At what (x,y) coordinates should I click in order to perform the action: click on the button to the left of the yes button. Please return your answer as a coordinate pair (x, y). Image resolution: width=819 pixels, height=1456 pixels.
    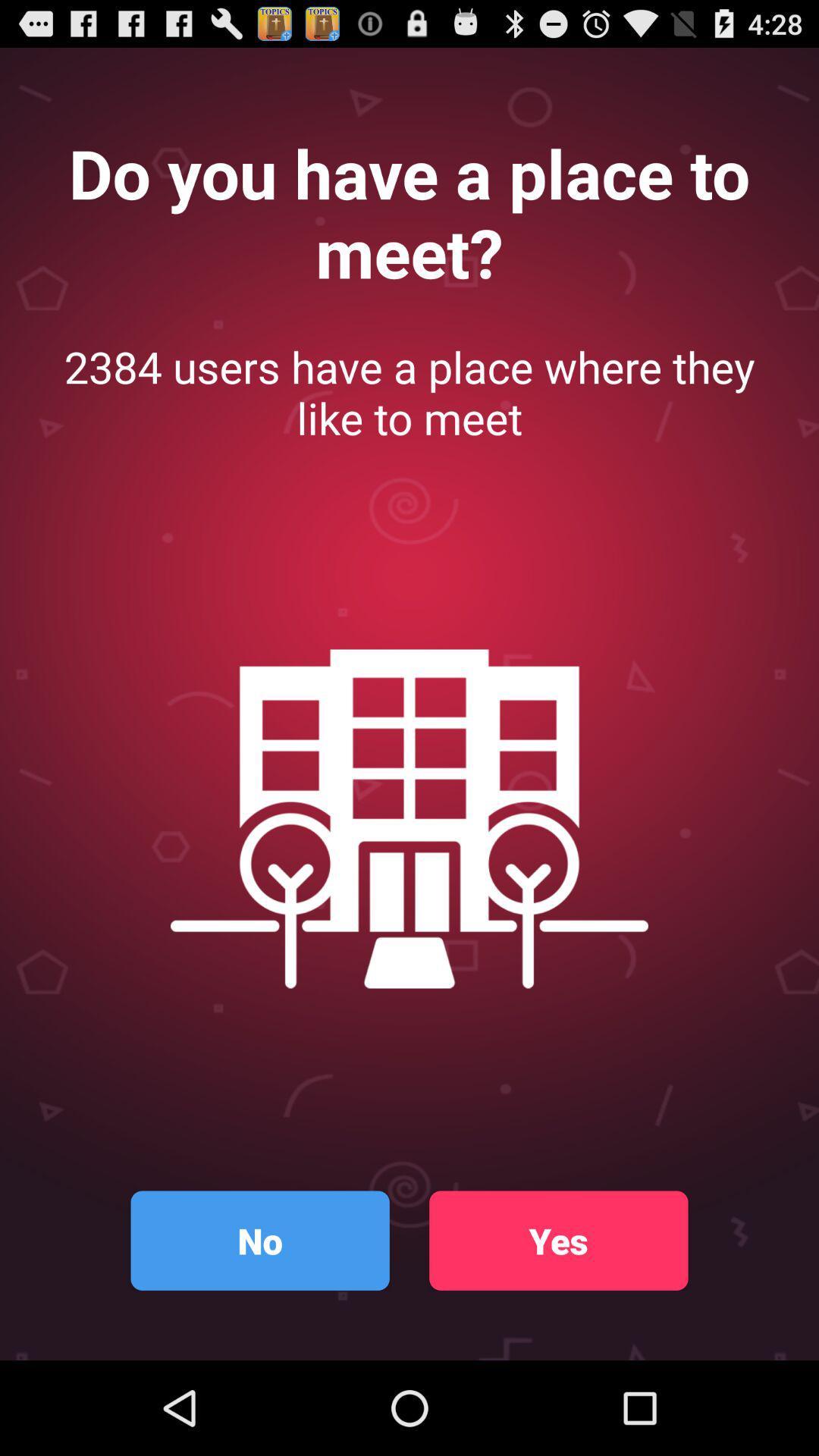
    Looking at the image, I should click on (259, 1241).